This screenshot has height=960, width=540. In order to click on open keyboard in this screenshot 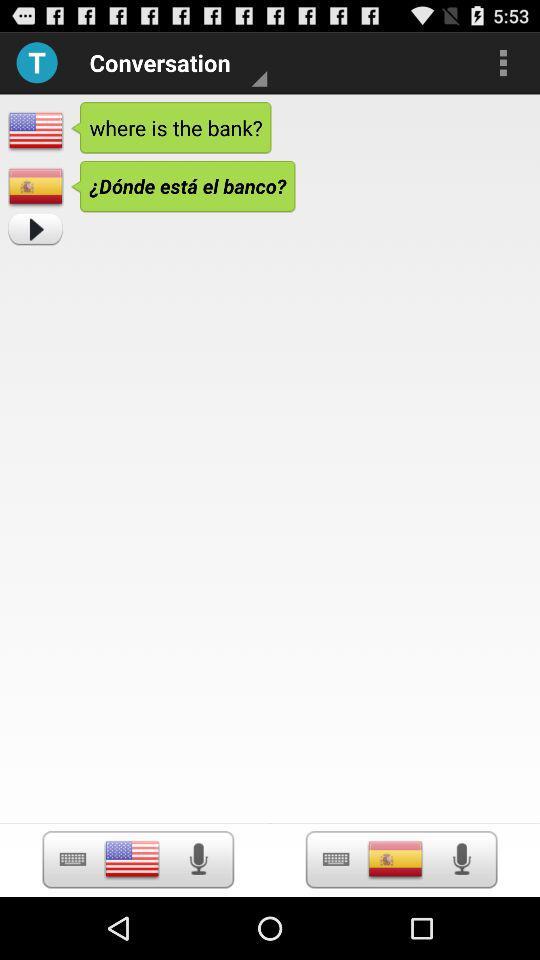, I will do `click(336, 858)`.